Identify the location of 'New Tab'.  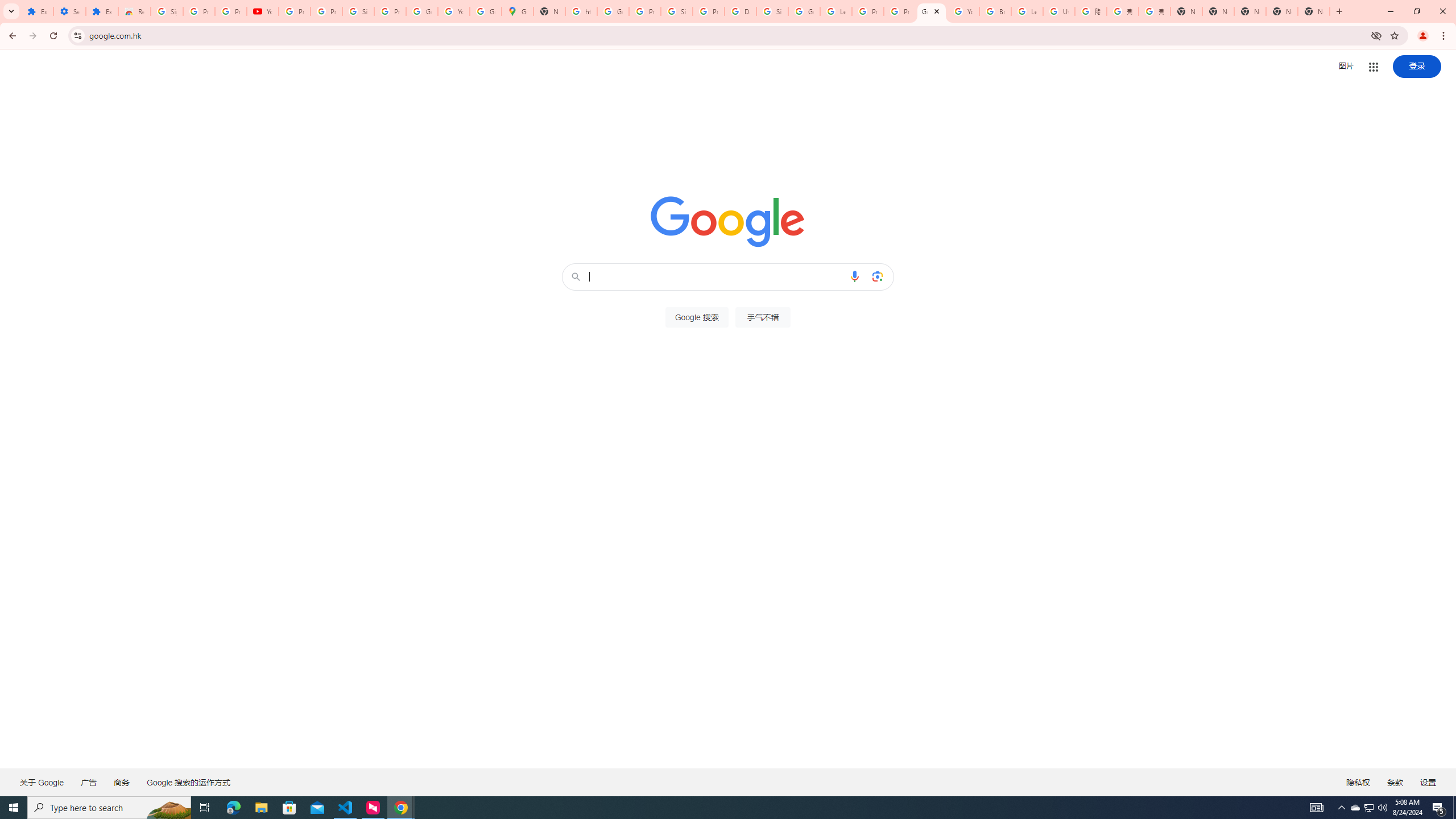
(1314, 11).